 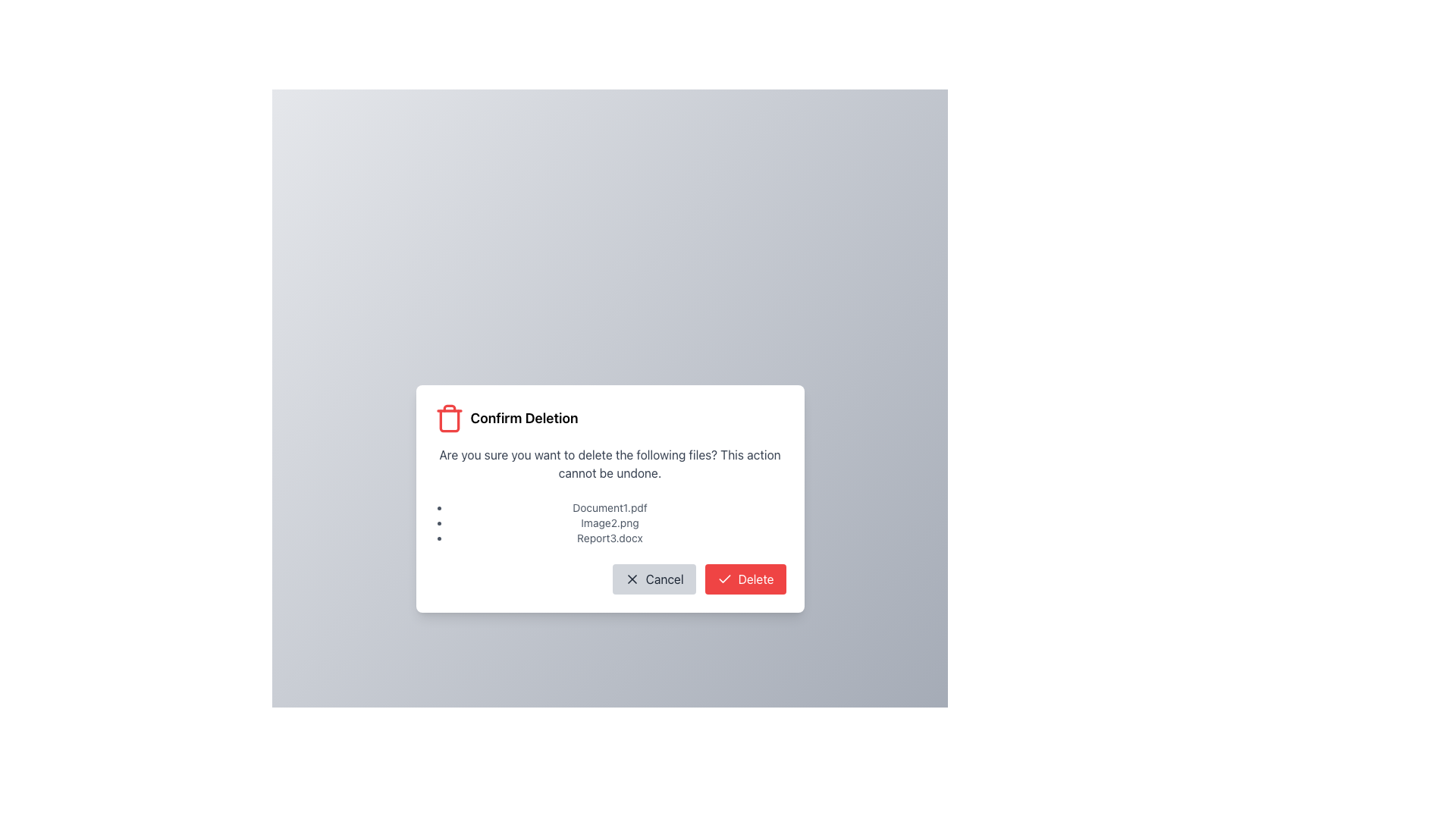 I want to click on the Text Label displaying the file name 'Image2.png', which is the second item in the deletion confirmation dialog, so click(x=610, y=522).